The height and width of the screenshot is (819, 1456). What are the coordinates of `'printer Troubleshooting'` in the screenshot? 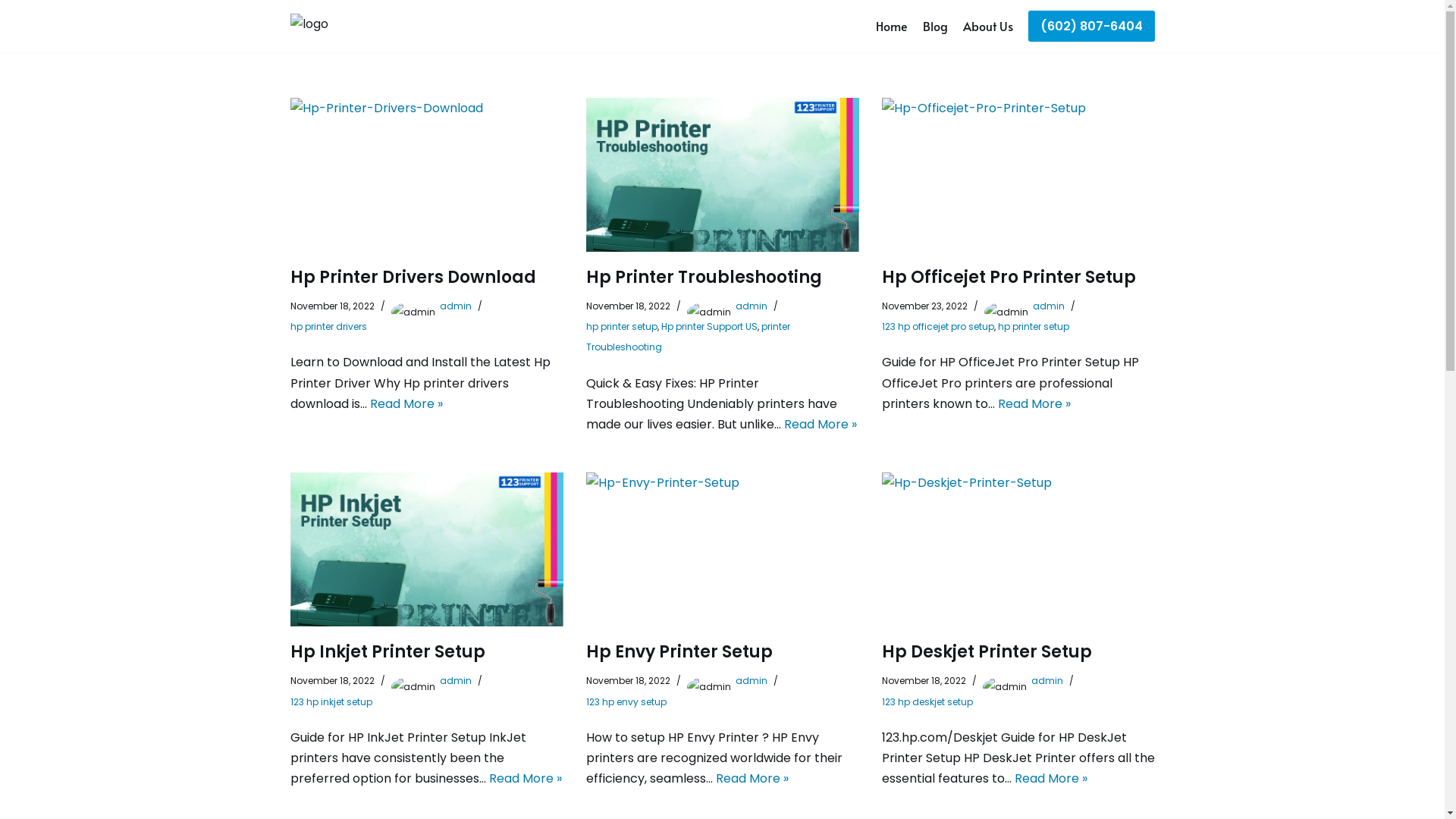 It's located at (686, 335).